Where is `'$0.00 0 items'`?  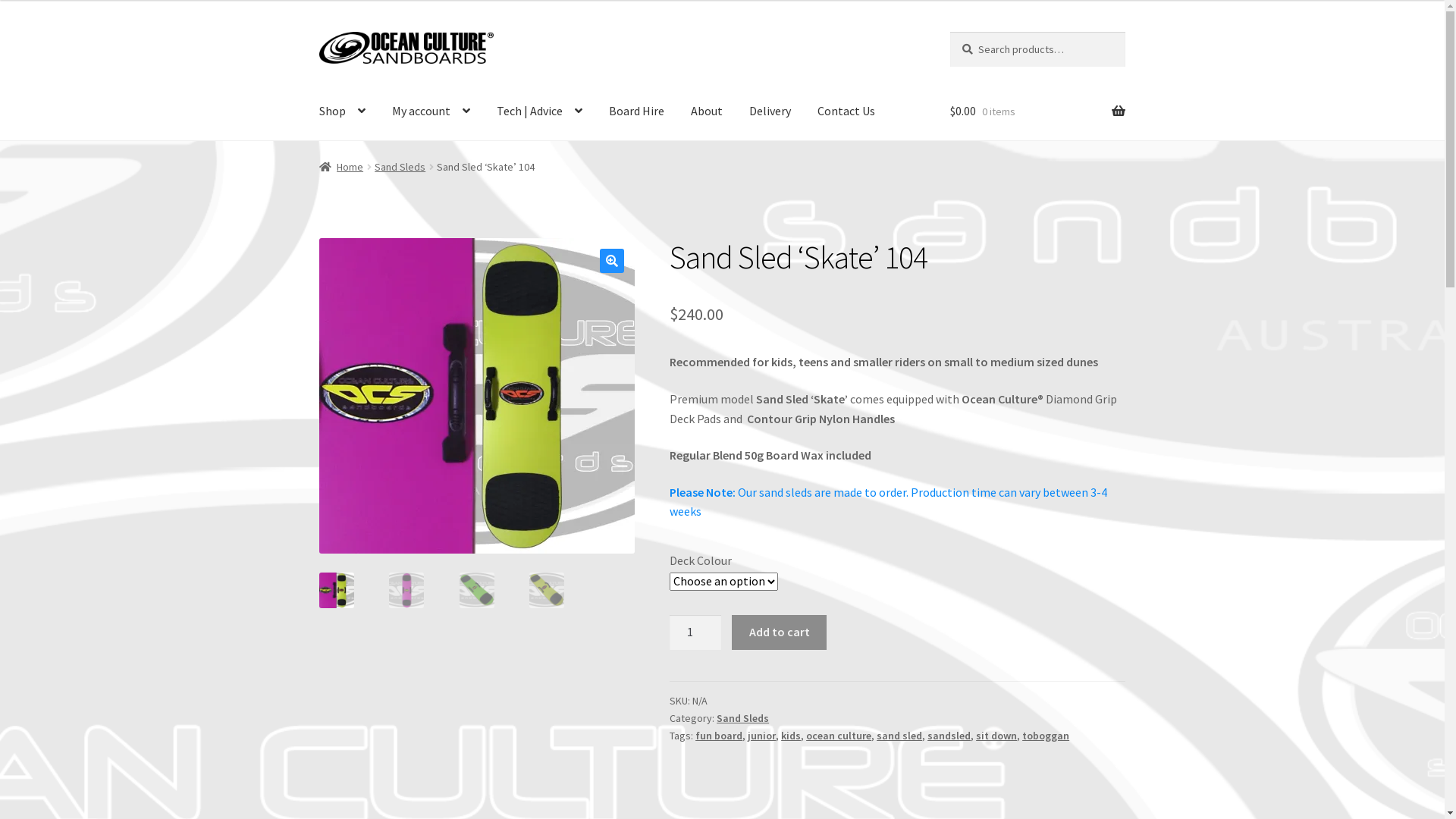 '$0.00 0 items' is located at coordinates (1037, 110).